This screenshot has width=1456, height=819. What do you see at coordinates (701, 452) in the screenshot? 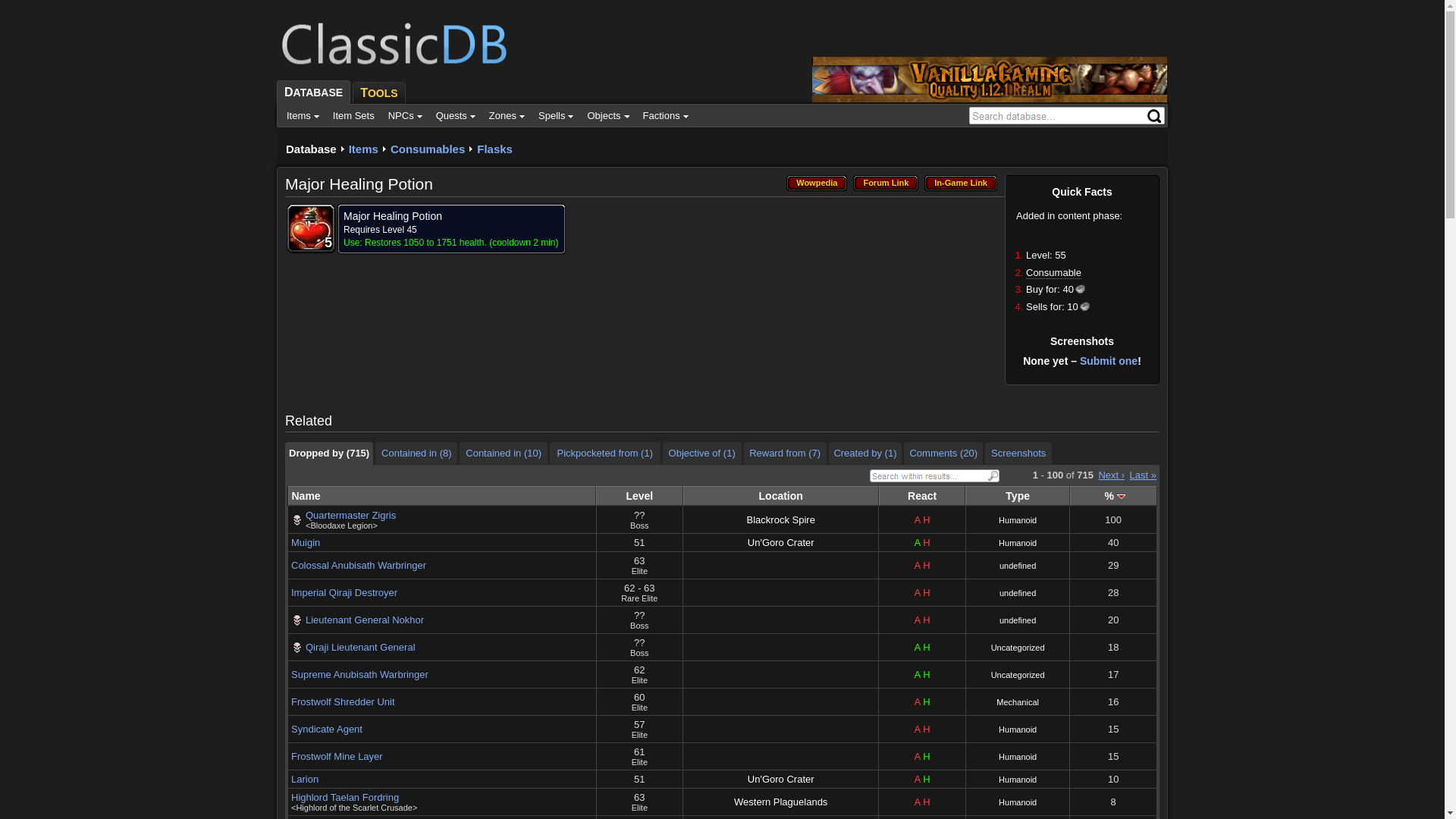
I see `'Objective of (1)'` at bounding box center [701, 452].